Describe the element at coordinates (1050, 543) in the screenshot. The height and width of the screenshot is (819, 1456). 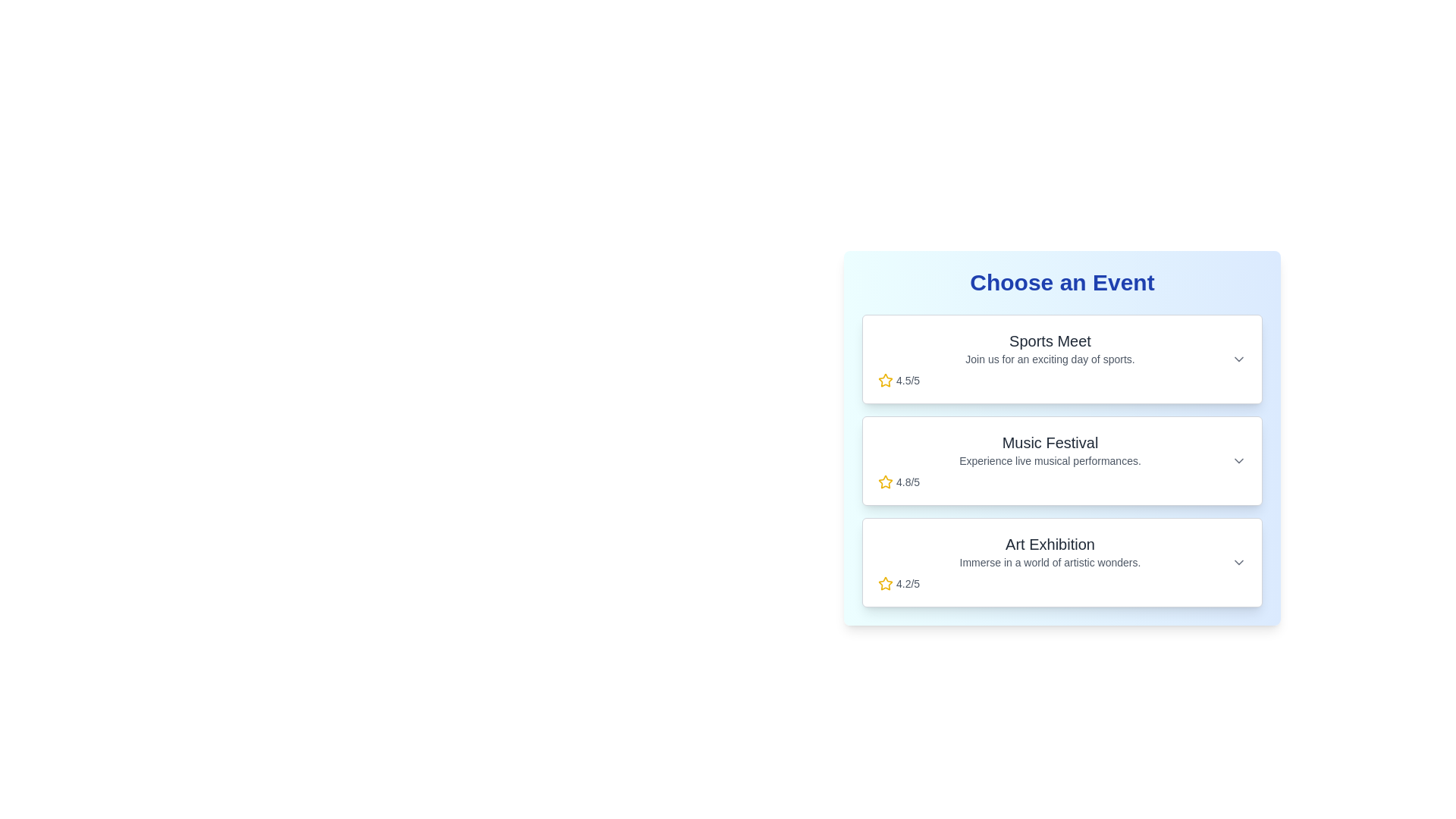
I see `the surrounding card of the event title displayed in the third card from the top, which serves to identify the event's purpose` at that location.